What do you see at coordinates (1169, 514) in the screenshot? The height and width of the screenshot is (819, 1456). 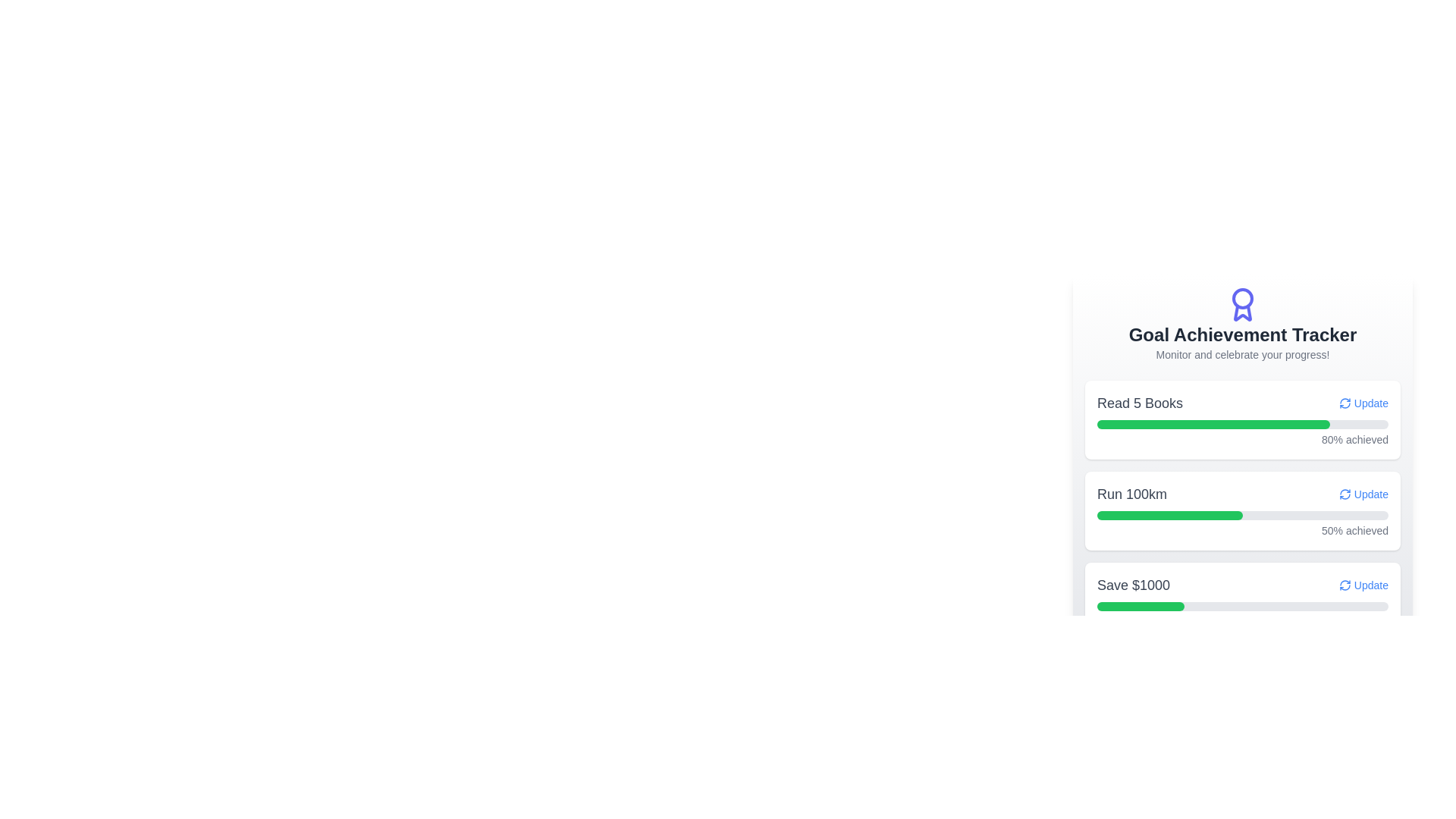 I see `green progress indicator within the 'Run 100km' card, which visually represents 50% completion of the goal` at bounding box center [1169, 514].